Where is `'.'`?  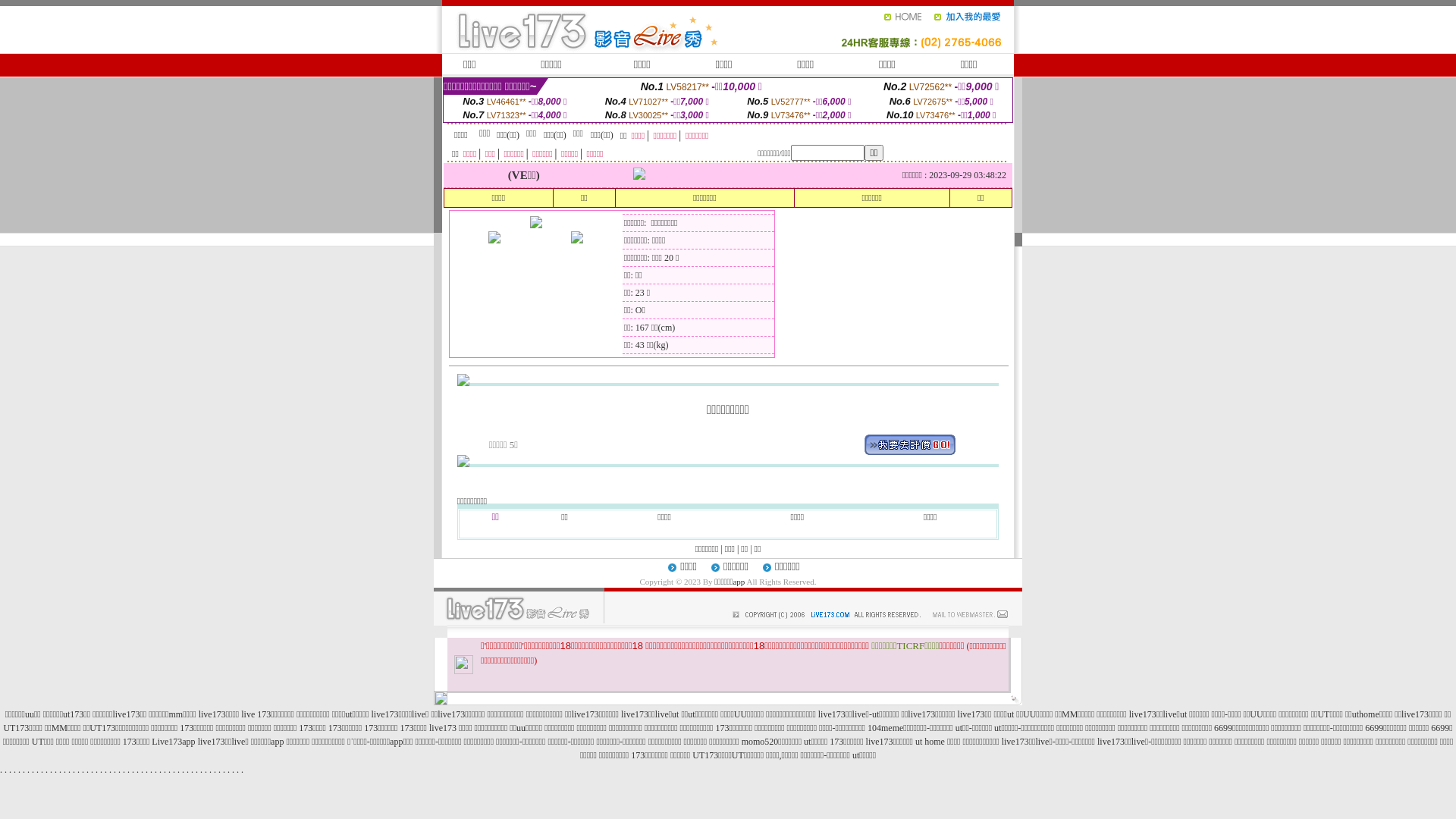
'.' is located at coordinates (60, 769).